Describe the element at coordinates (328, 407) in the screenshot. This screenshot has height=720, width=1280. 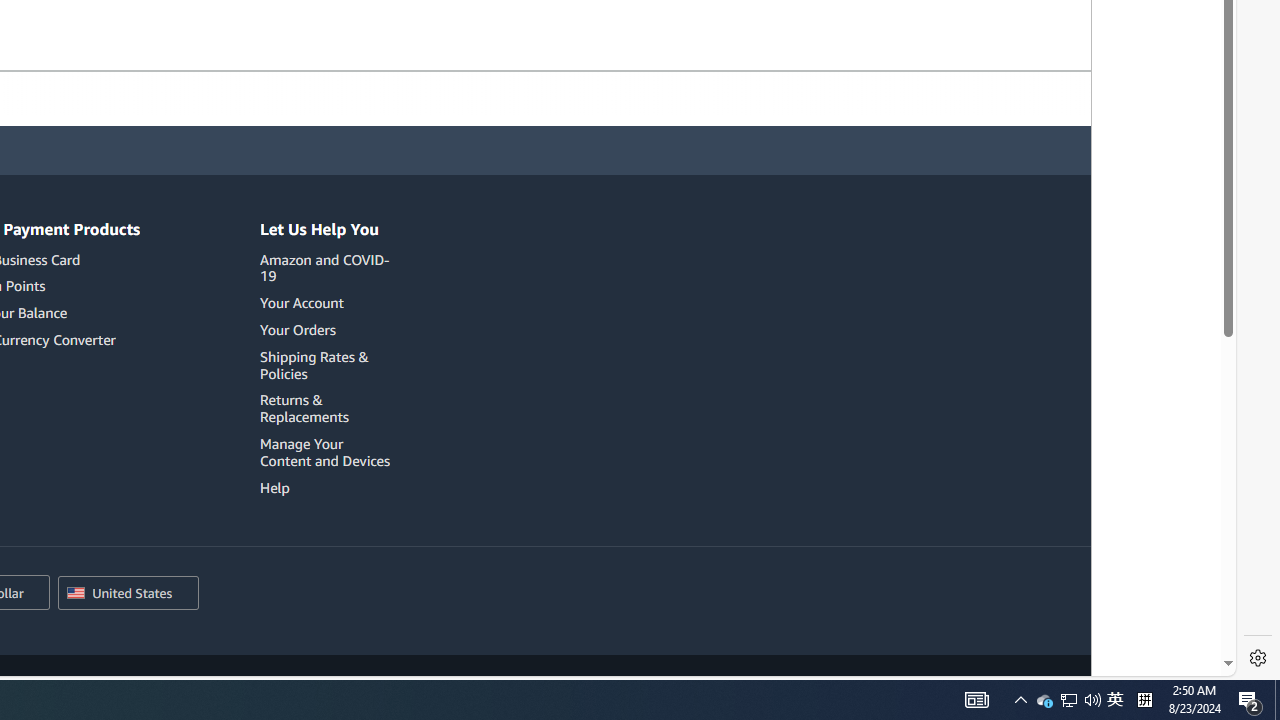
I see `'Returns & Replacements'` at that location.